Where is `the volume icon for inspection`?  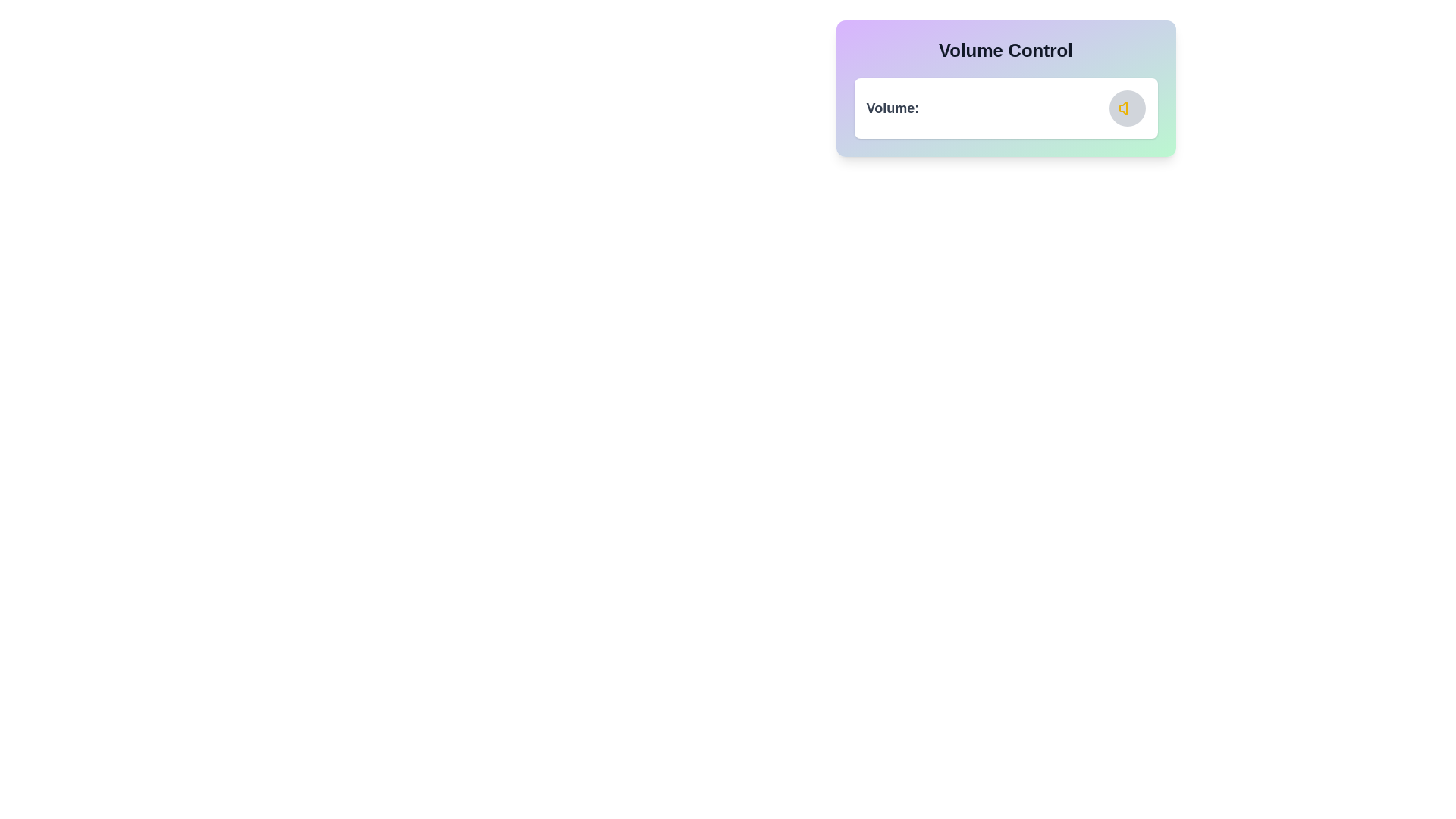 the volume icon for inspection is located at coordinates (1127, 107).